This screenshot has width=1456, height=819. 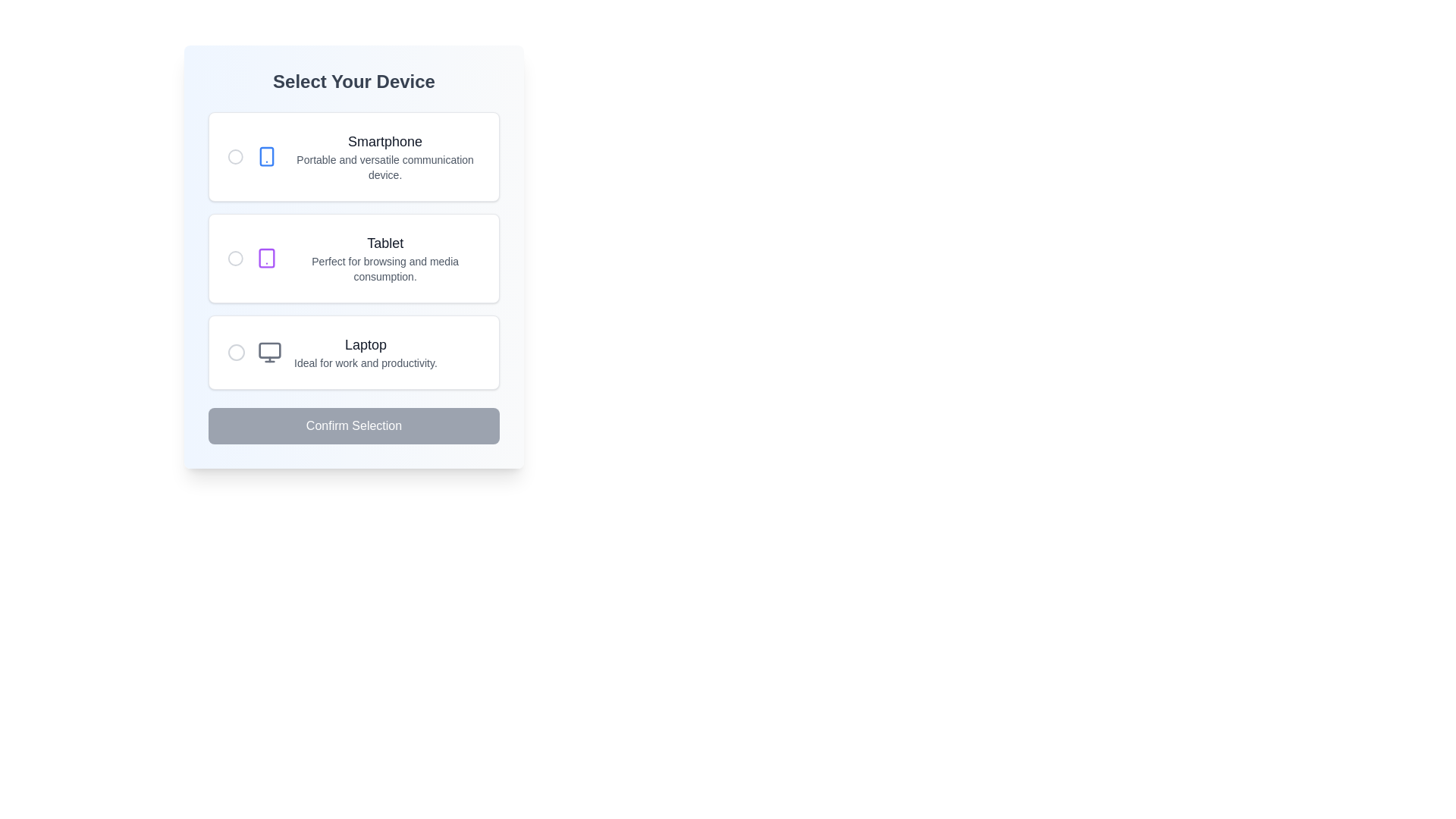 I want to click on the Text display group that displays the device option name and description, positioned above the Tablet option and featuring a left-aligned smartphone icon, so click(x=385, y=157).